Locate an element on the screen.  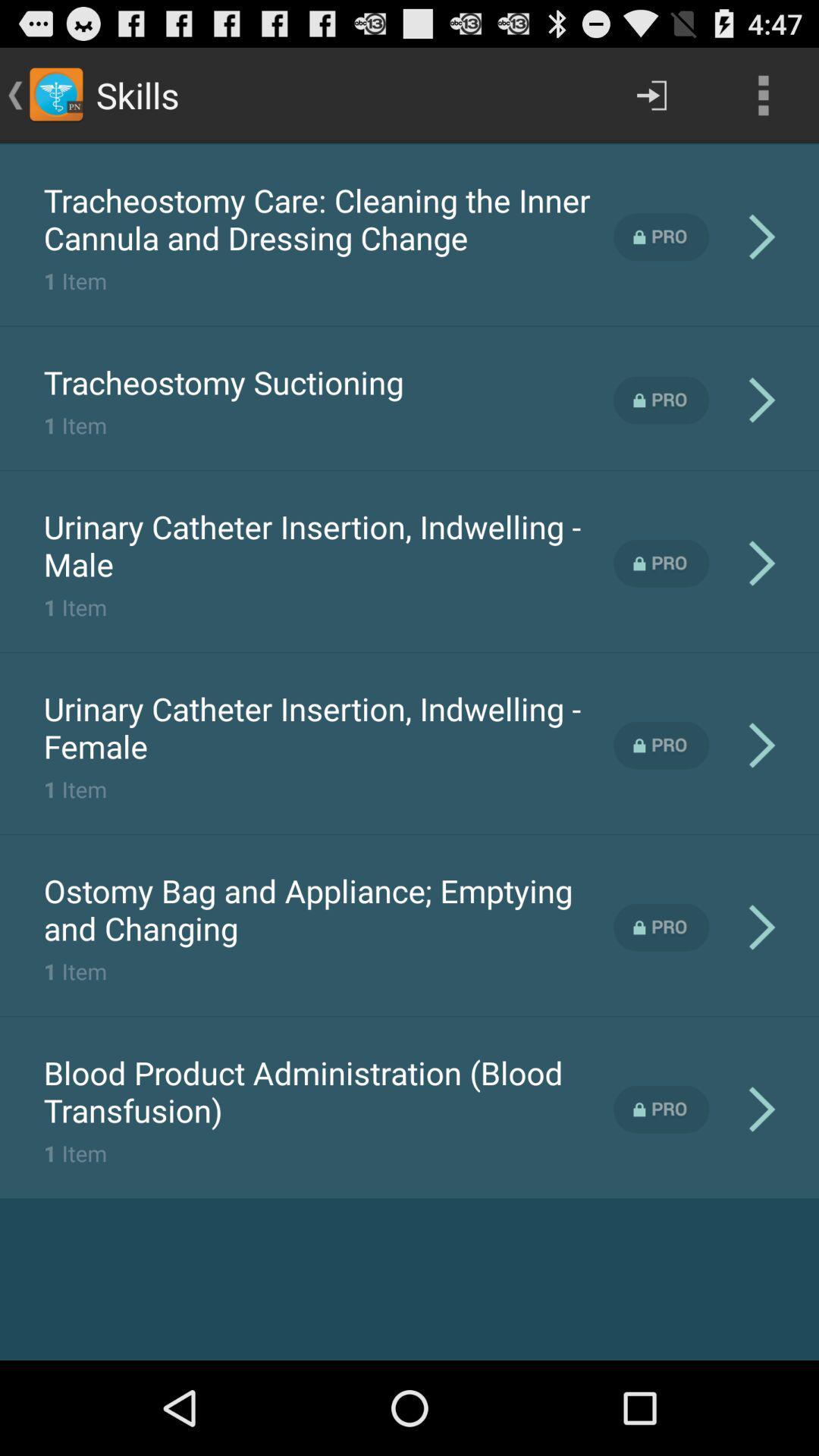
veirify pro option is located at coordinates (661, 927).